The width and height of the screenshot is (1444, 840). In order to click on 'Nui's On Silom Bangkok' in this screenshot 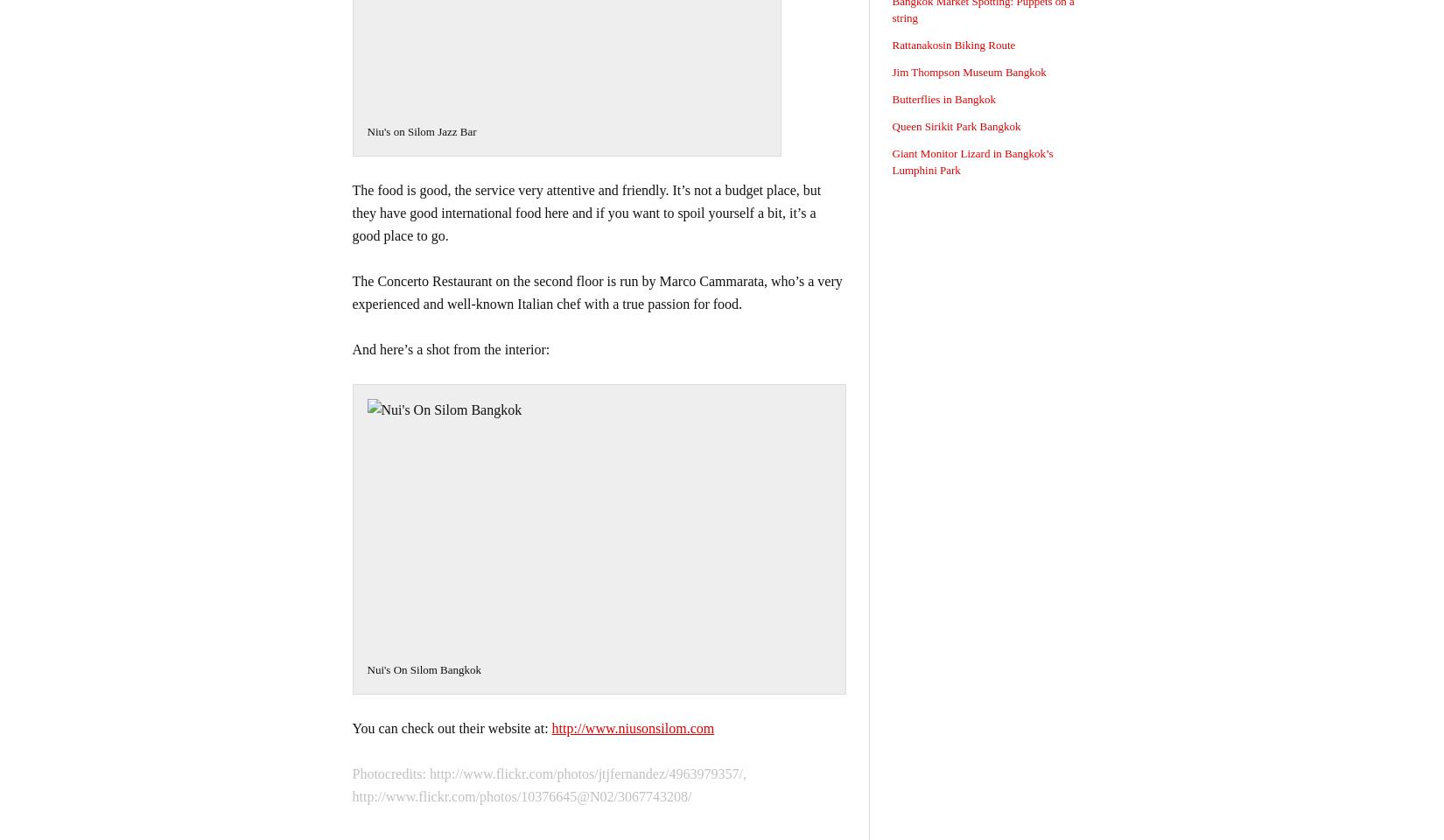, I will do `click(365, 668)`.